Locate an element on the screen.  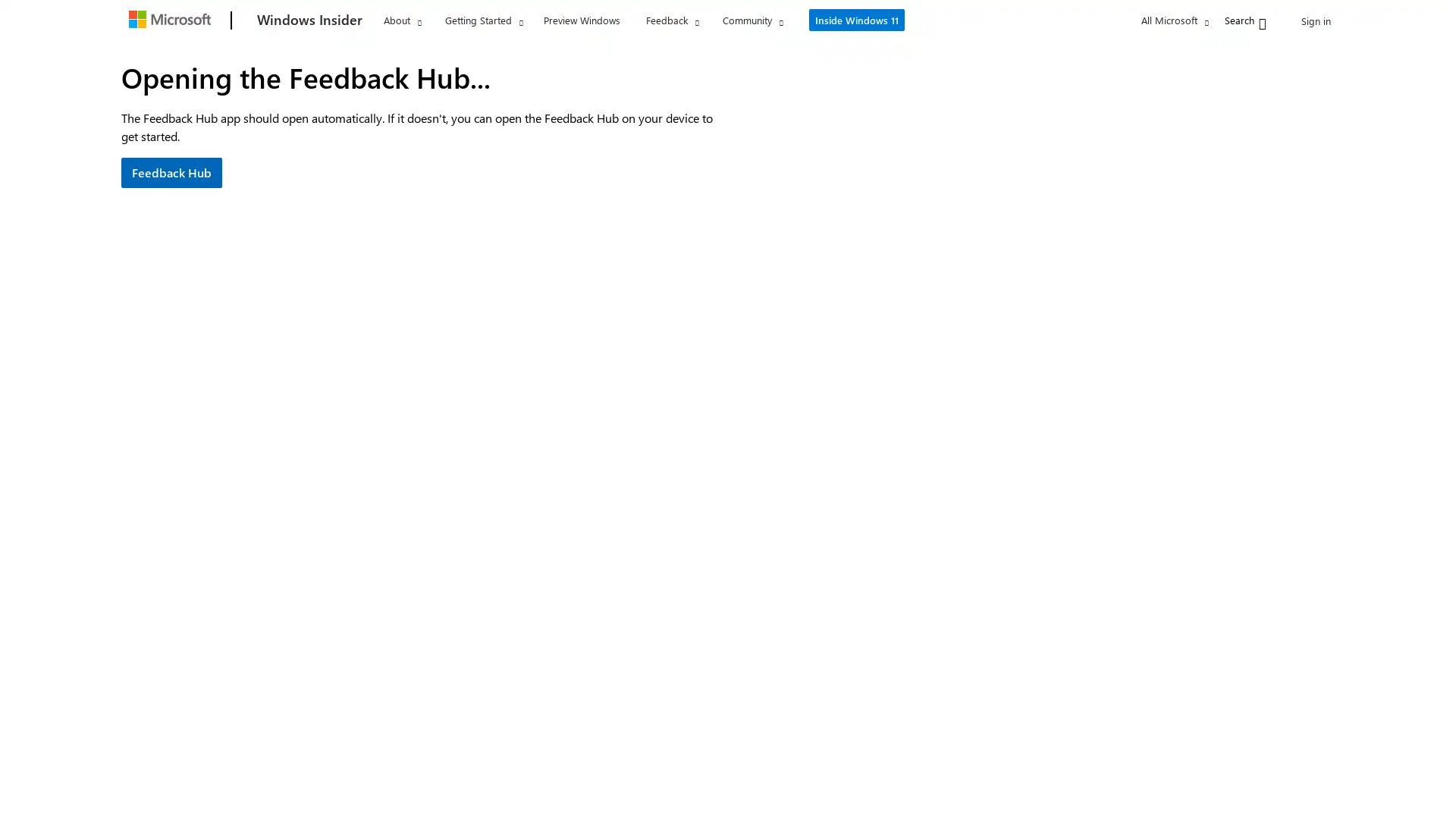
About is located at coordinates (402, 20).